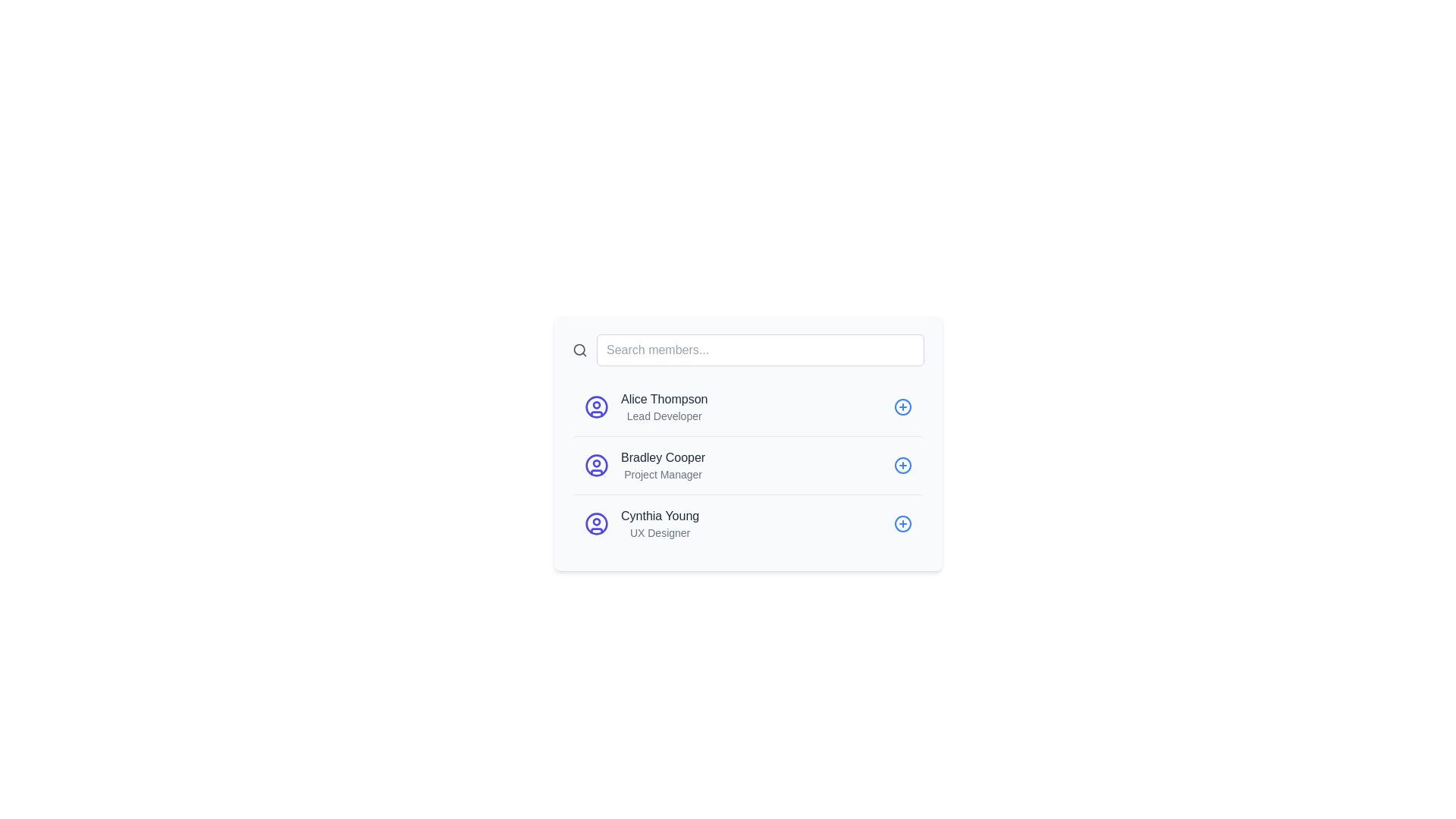  I want to click on the user profile display for 'Bradley Cooper', which includes a circular indigo icon and a name with the title 'Project Manager', to see options, so click(645, 464).